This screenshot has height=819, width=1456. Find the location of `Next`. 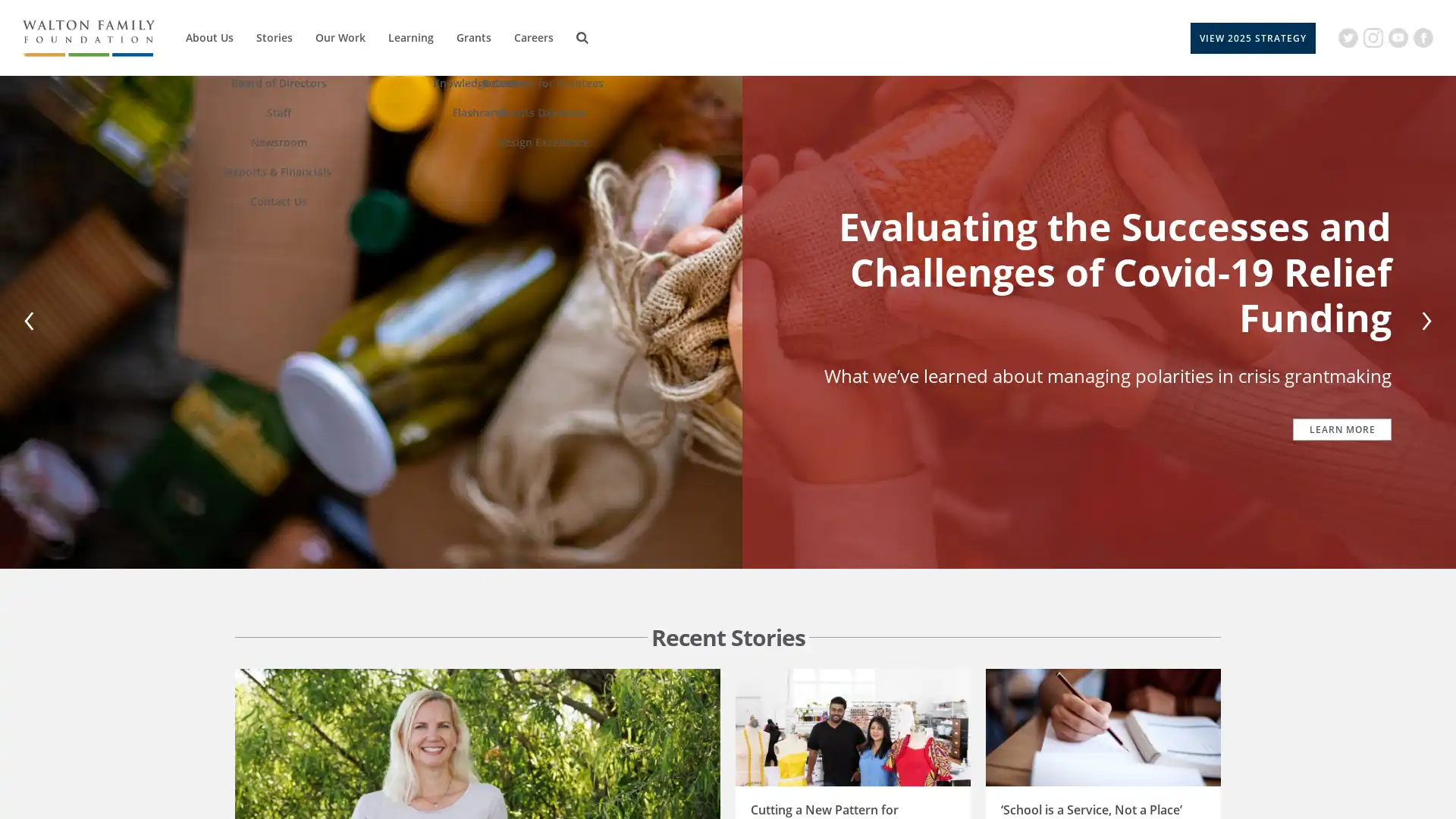

Next is located at coordinates (1423, 321).